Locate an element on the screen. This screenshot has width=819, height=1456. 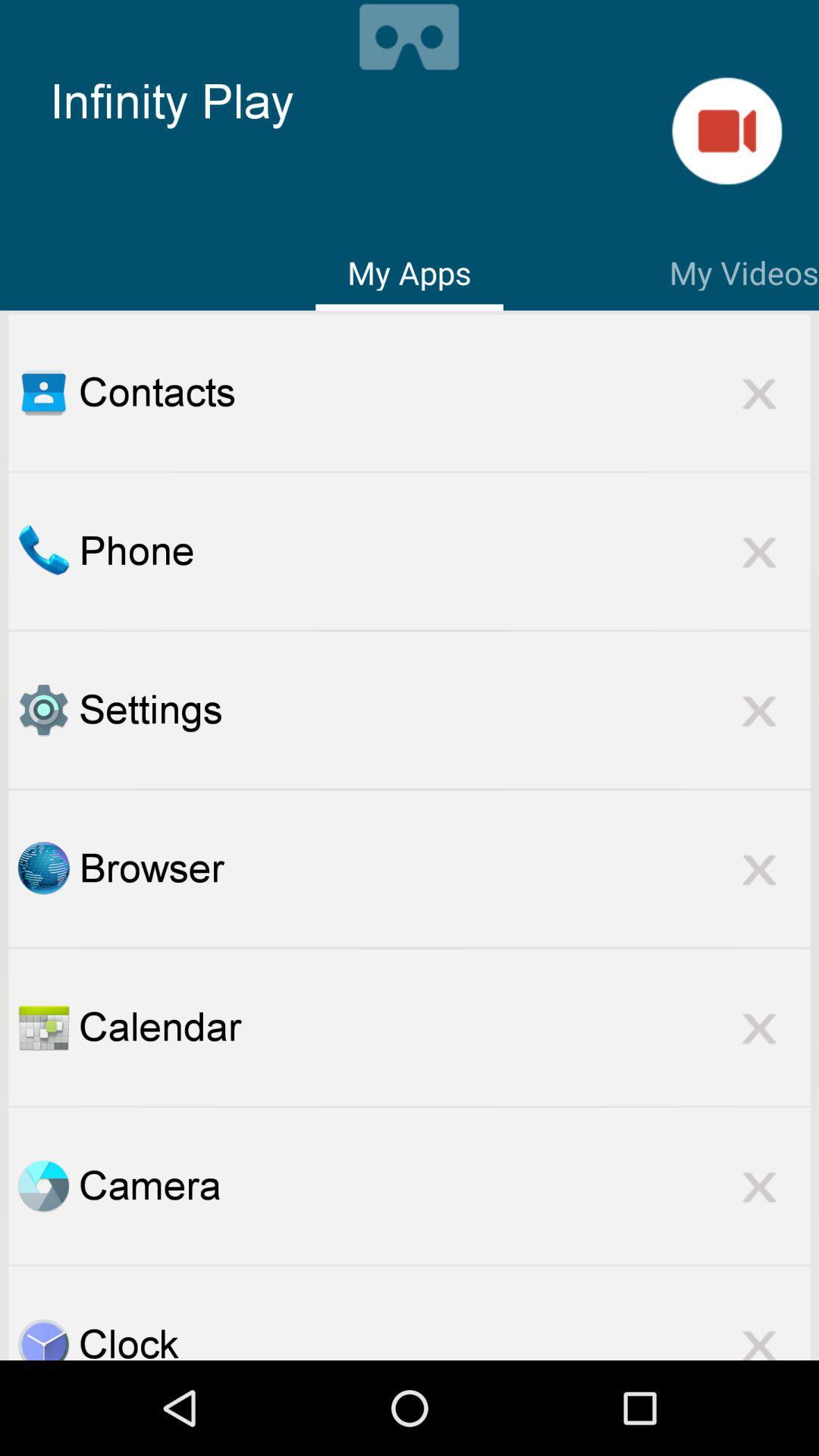
browser is located at coordinates (42, 868).